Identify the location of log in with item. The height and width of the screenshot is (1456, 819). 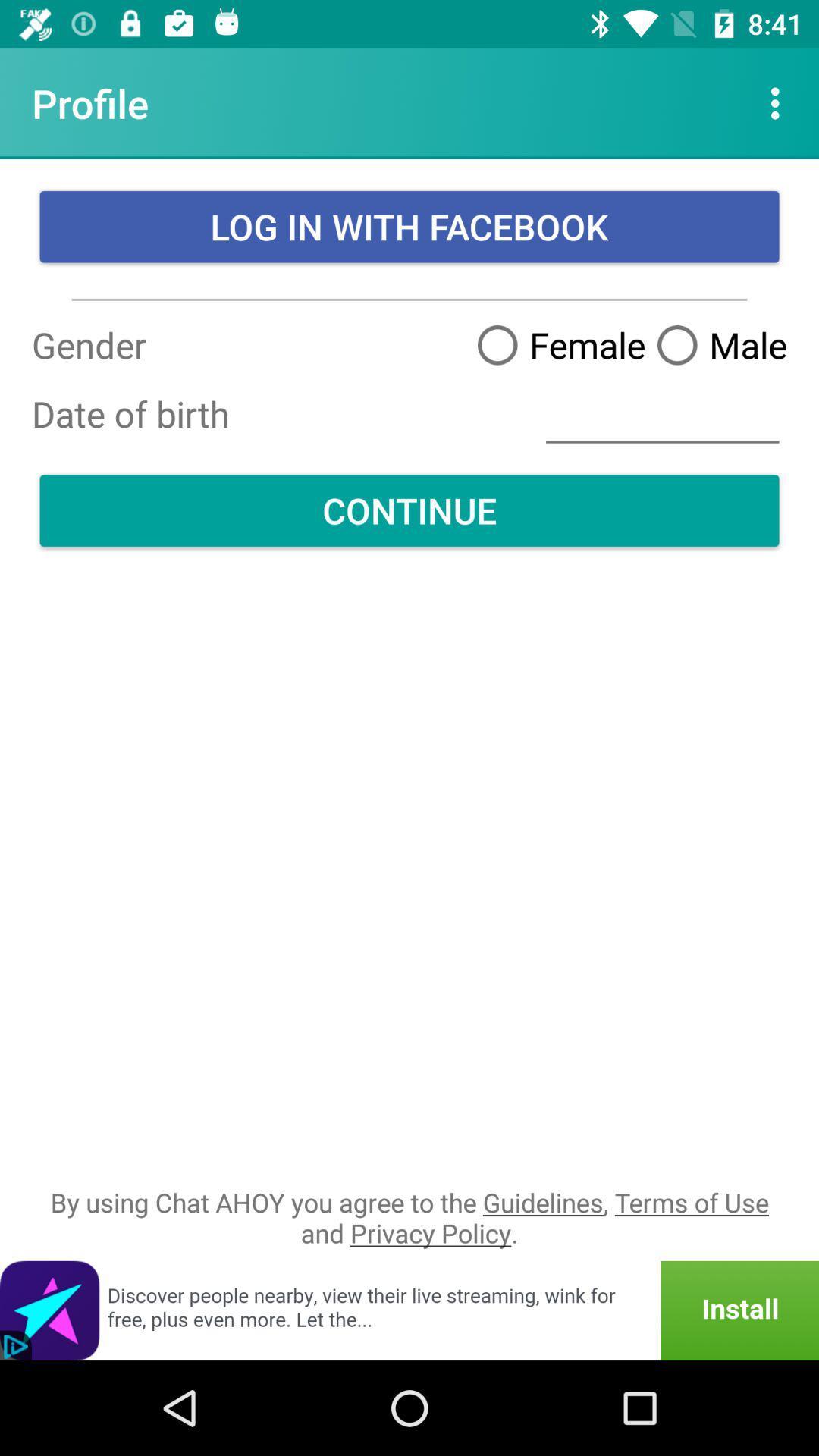
(409, 226).